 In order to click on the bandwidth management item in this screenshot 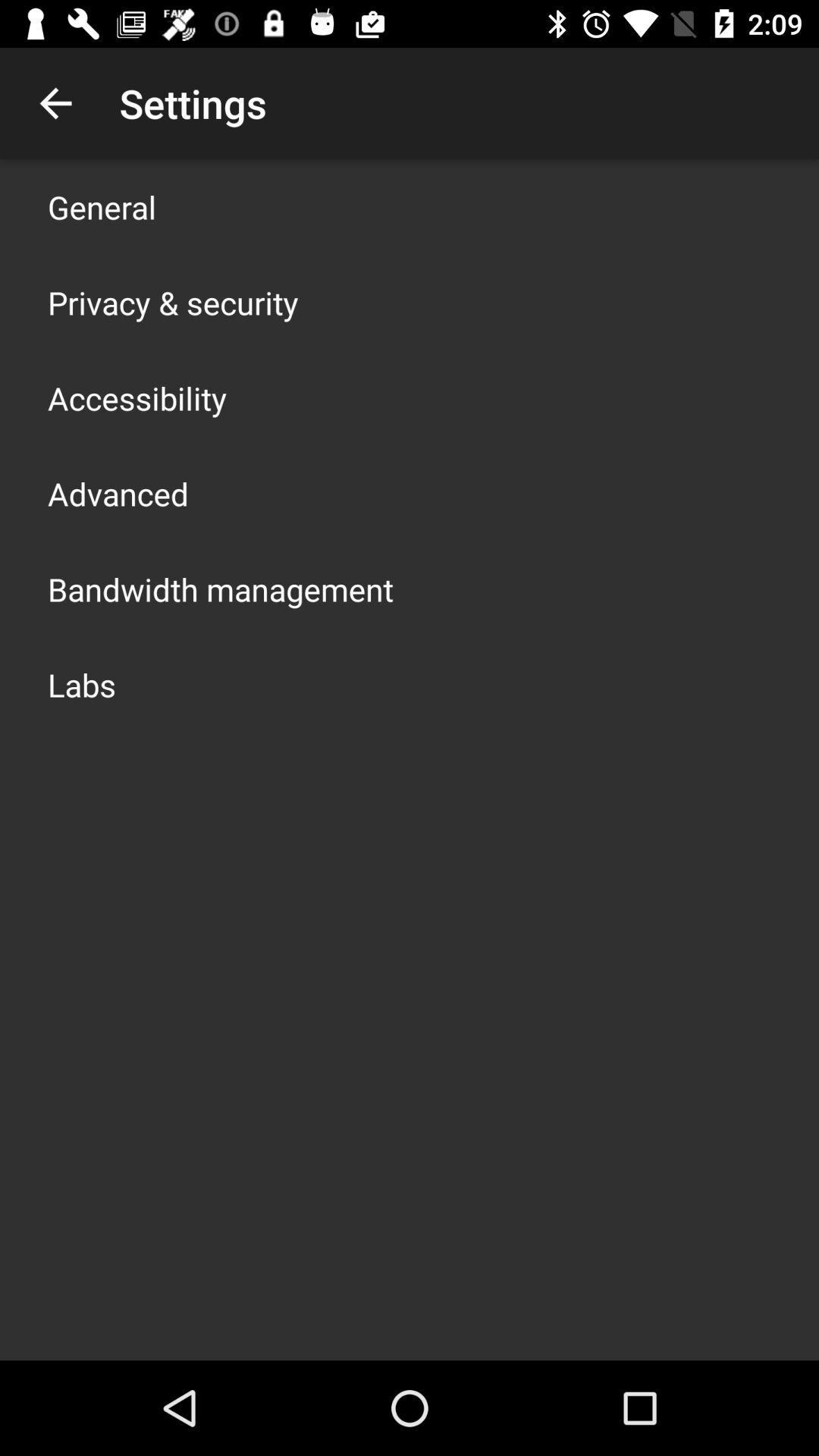, I will do `click(220, 588)`.